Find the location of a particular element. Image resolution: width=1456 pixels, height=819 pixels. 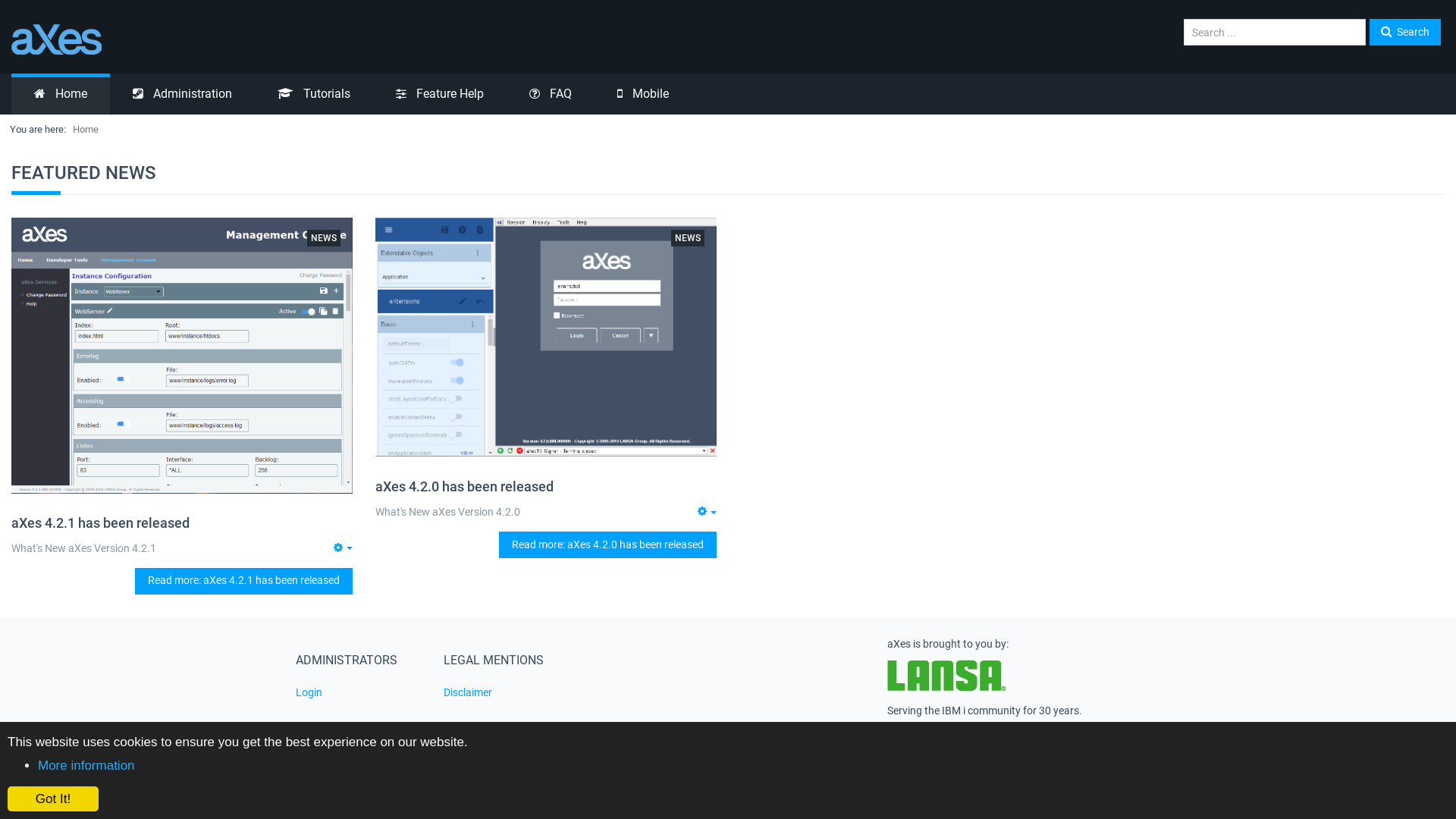

'Tutorials' is located at coordinates (312, 93).